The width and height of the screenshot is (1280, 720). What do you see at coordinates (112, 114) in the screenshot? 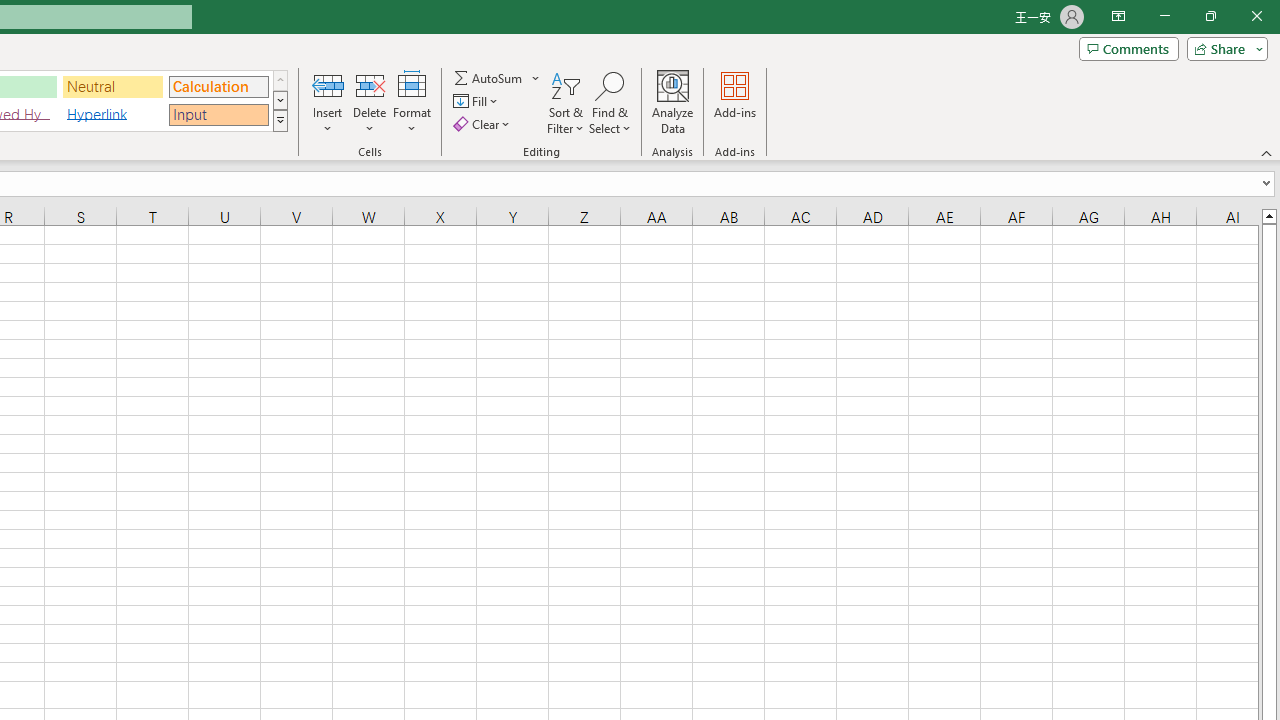
I see `'Hyperlink'` at bounding box center [112, 114].